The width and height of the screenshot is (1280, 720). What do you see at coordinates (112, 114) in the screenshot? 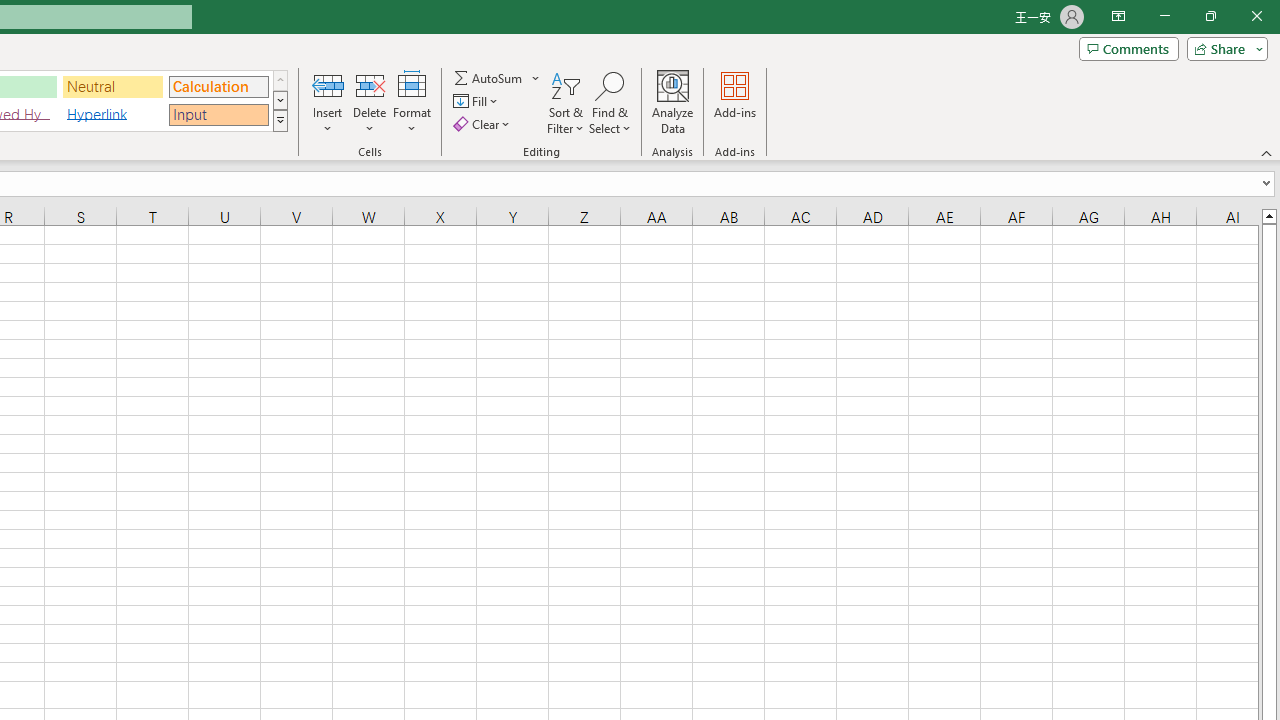
I see `'Hyperlink'` at bounding box center [112, 114].